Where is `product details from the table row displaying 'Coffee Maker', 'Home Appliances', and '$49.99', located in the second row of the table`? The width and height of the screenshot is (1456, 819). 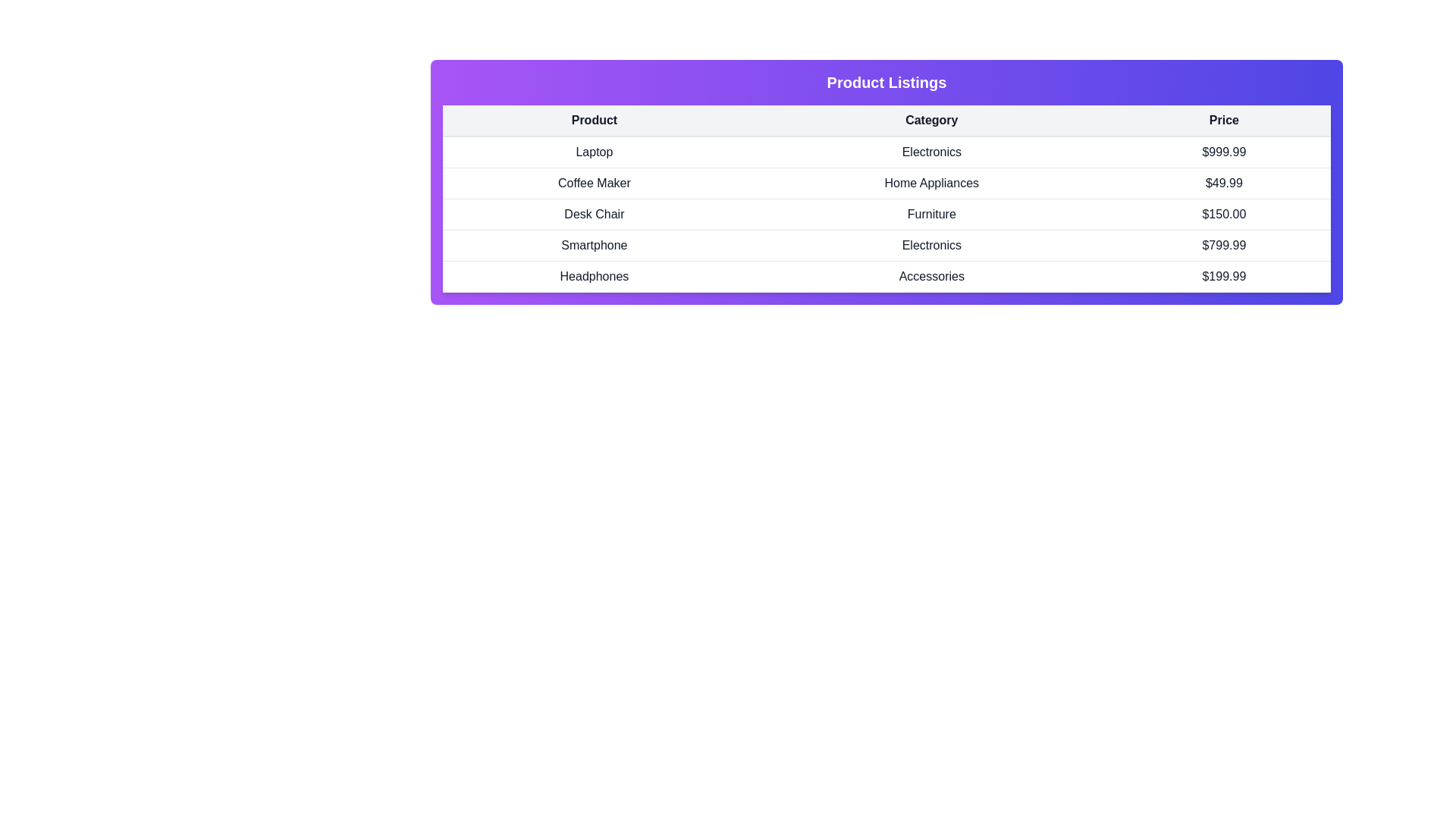 product details from the table row displaying 'Coffee Maker', 'Home Appliances', and '$49.99', located in the second row of the table is located at coordinates (886, 183).